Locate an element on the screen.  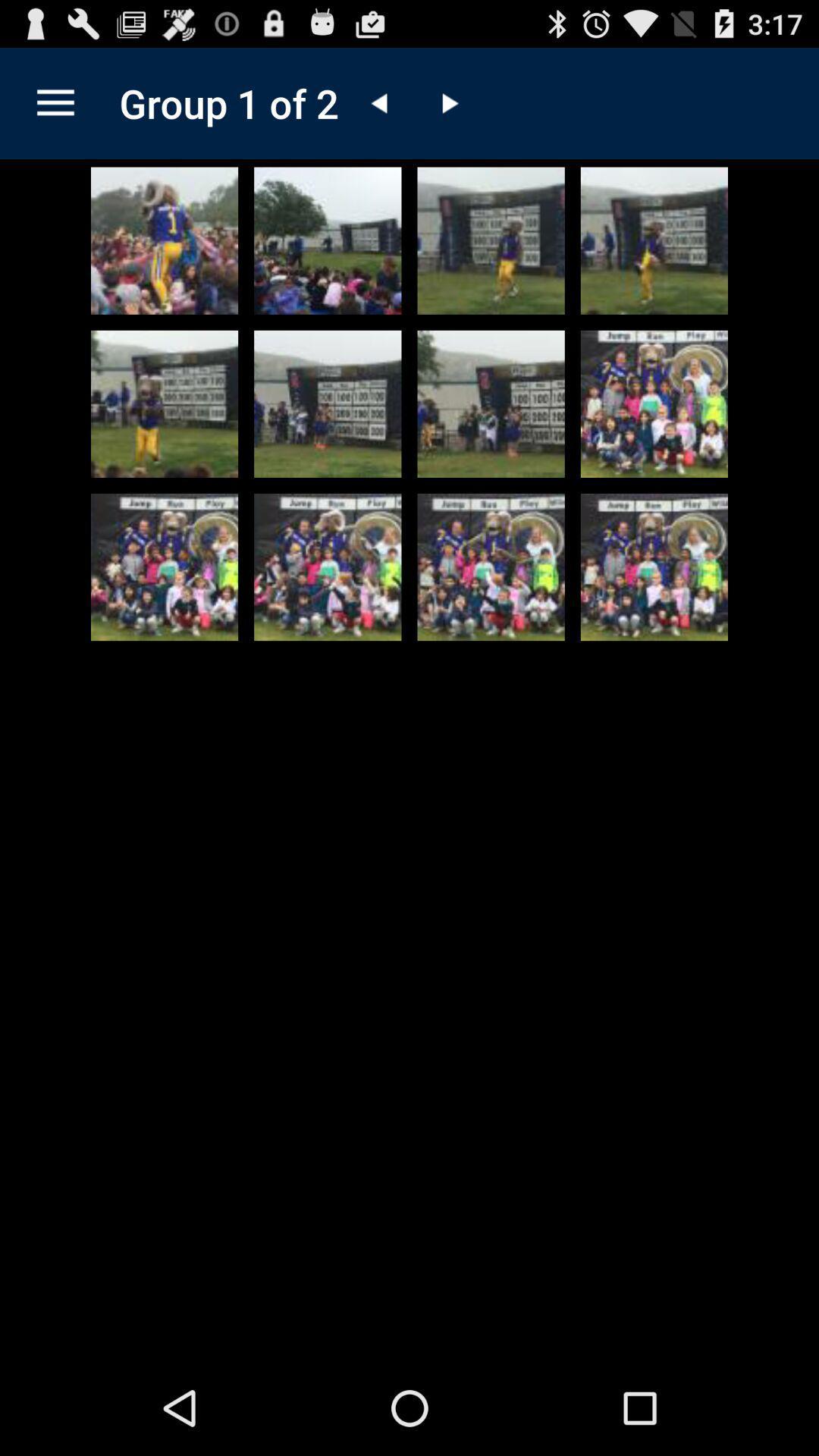
picture is located at coordinates (653, 403).